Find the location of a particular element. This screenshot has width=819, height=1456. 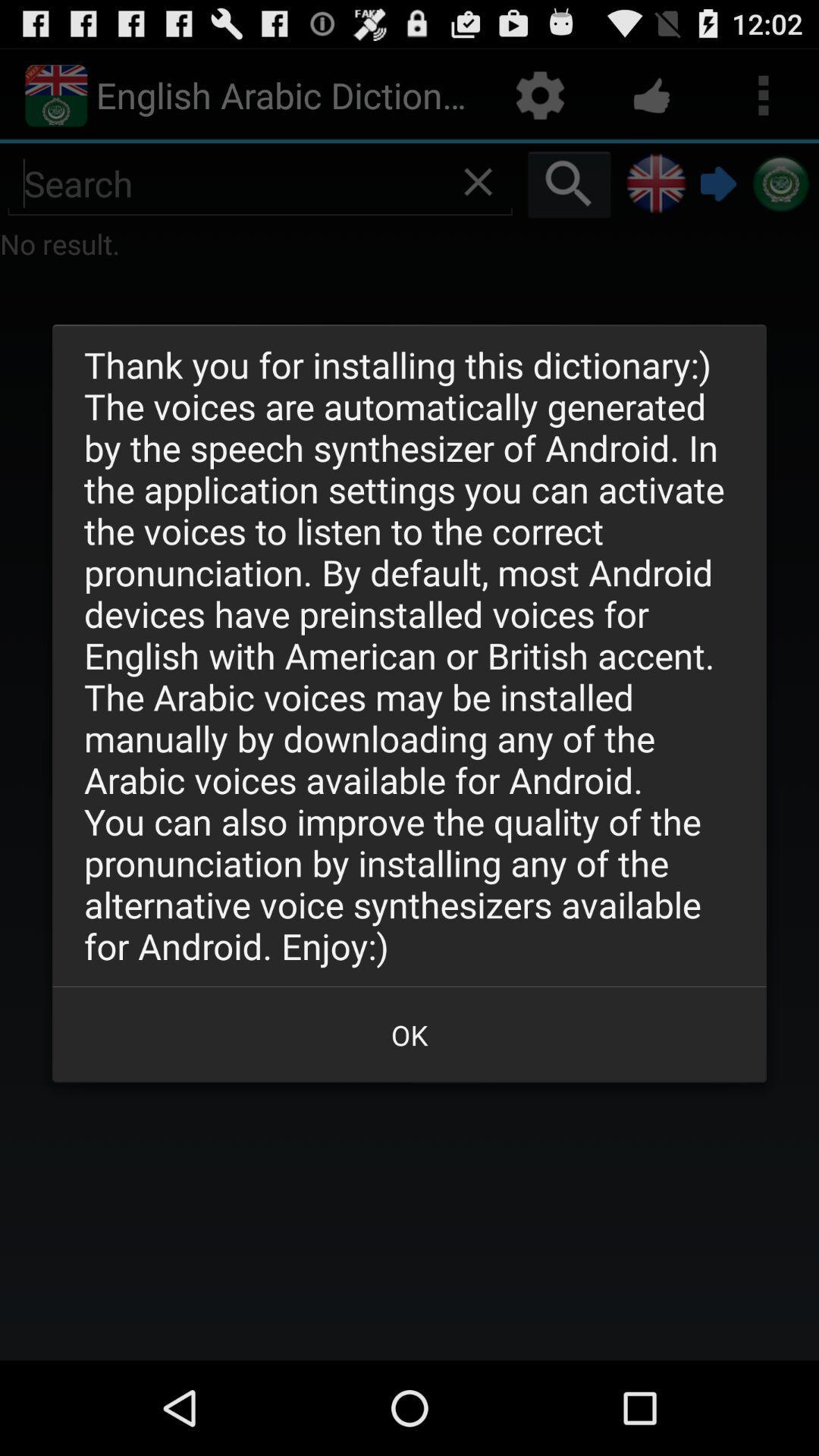

the button at the bottom is located at coordinates (409, 1034).